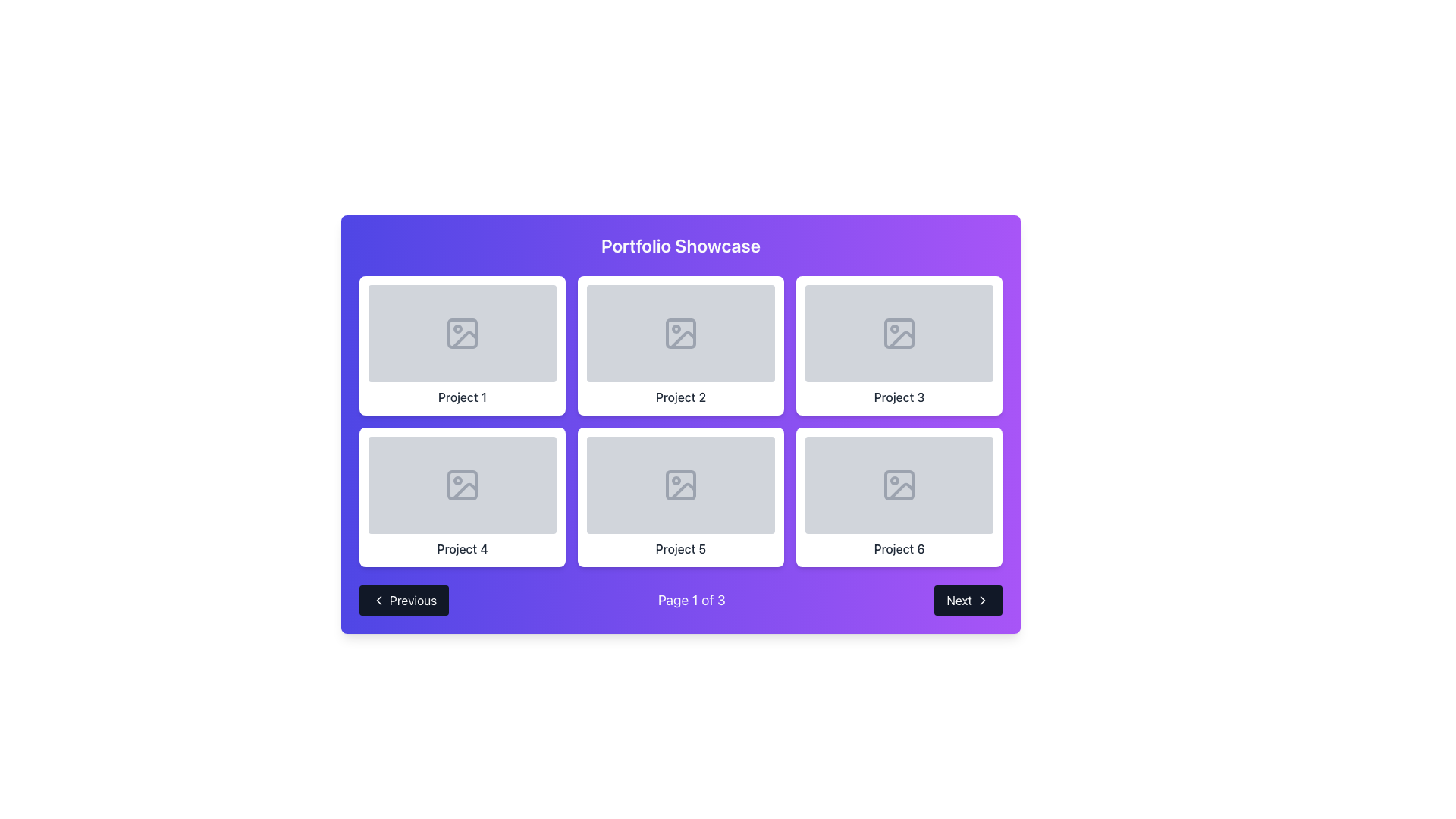 The image size is (1456, 819). I want to click on the right-facing arrow icon located within the 'Next' button, so click(983, 599).